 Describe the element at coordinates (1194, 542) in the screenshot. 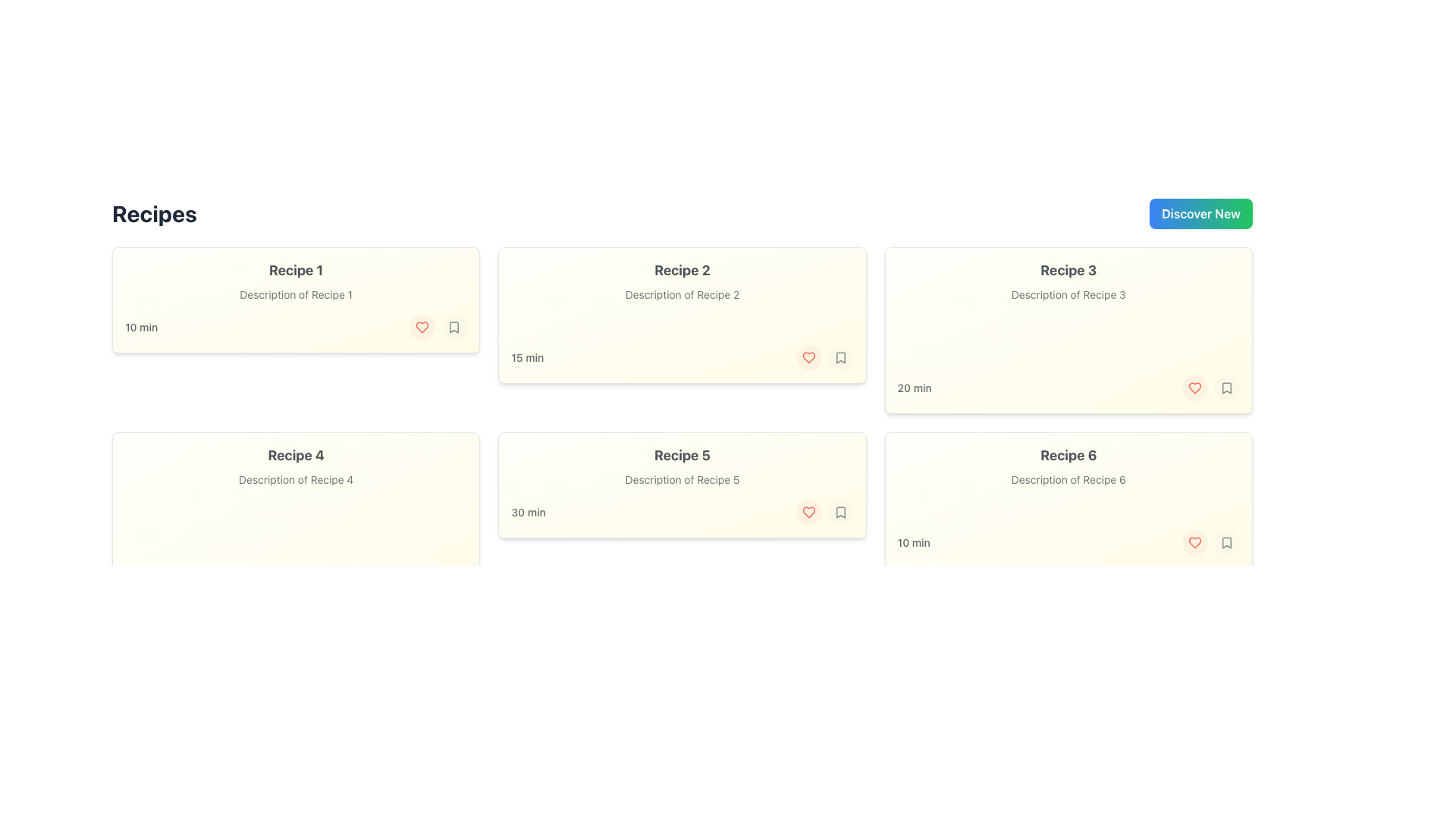

I see `the heart-shaped icon button located in the bottom-right corner of the 'Recipe 6' card` at that location.